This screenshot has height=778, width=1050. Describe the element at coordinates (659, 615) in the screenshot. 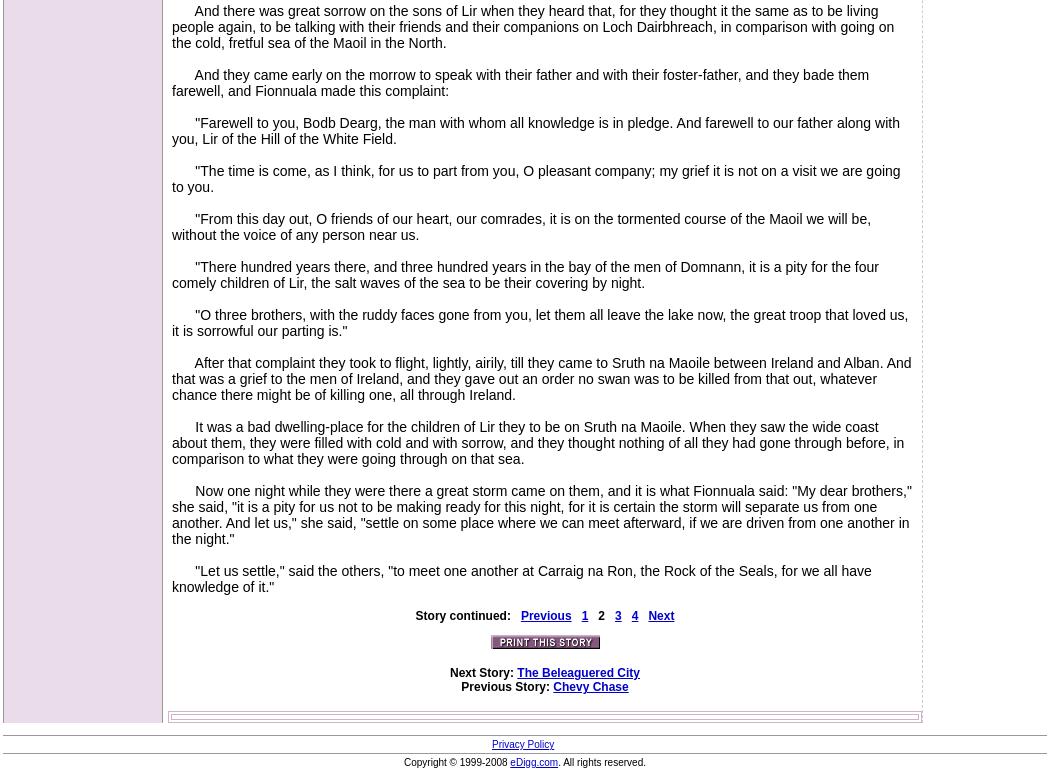

I see `'Next'` at that location.